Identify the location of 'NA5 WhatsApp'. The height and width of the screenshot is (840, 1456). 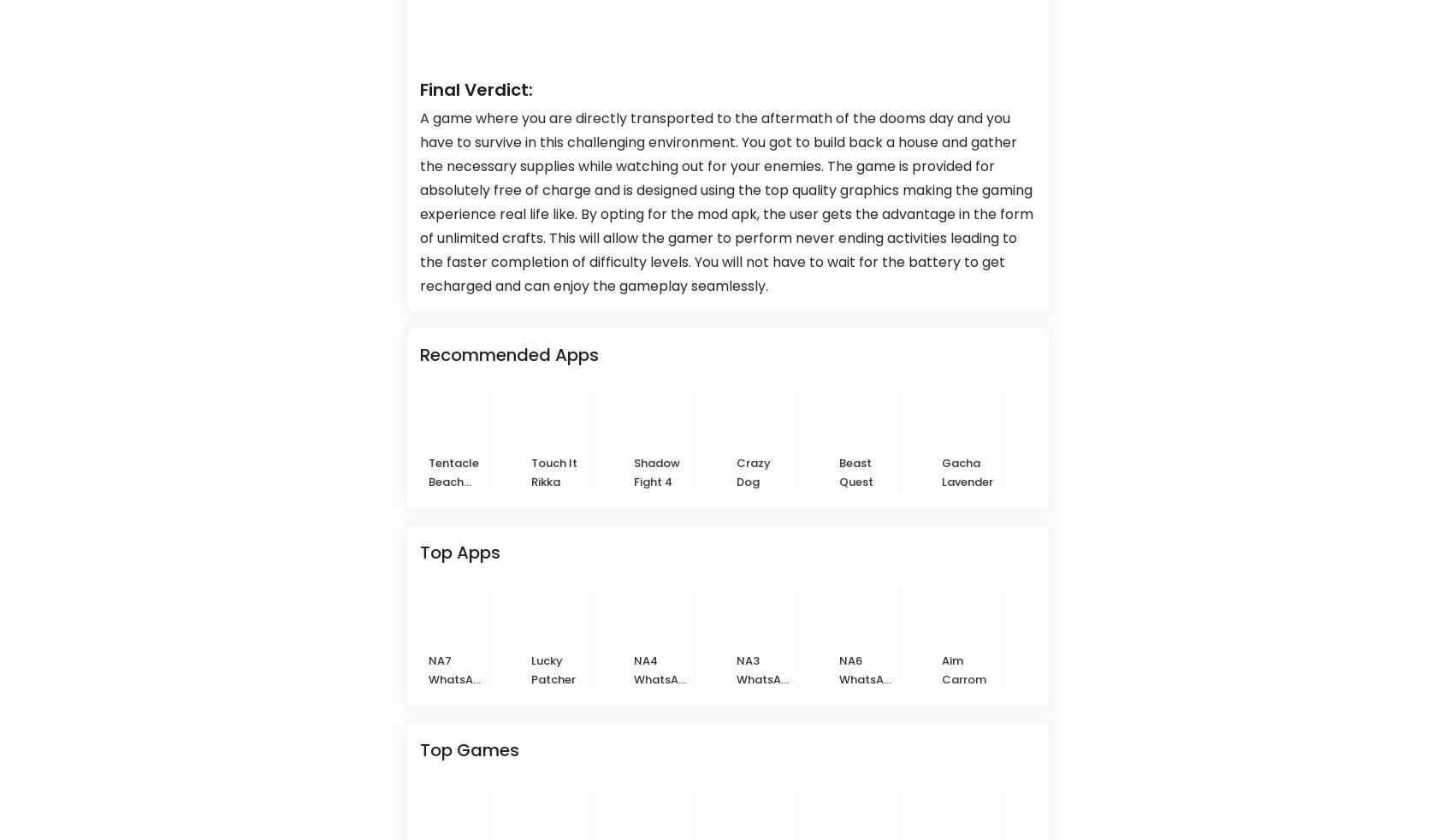
(1377, 678).